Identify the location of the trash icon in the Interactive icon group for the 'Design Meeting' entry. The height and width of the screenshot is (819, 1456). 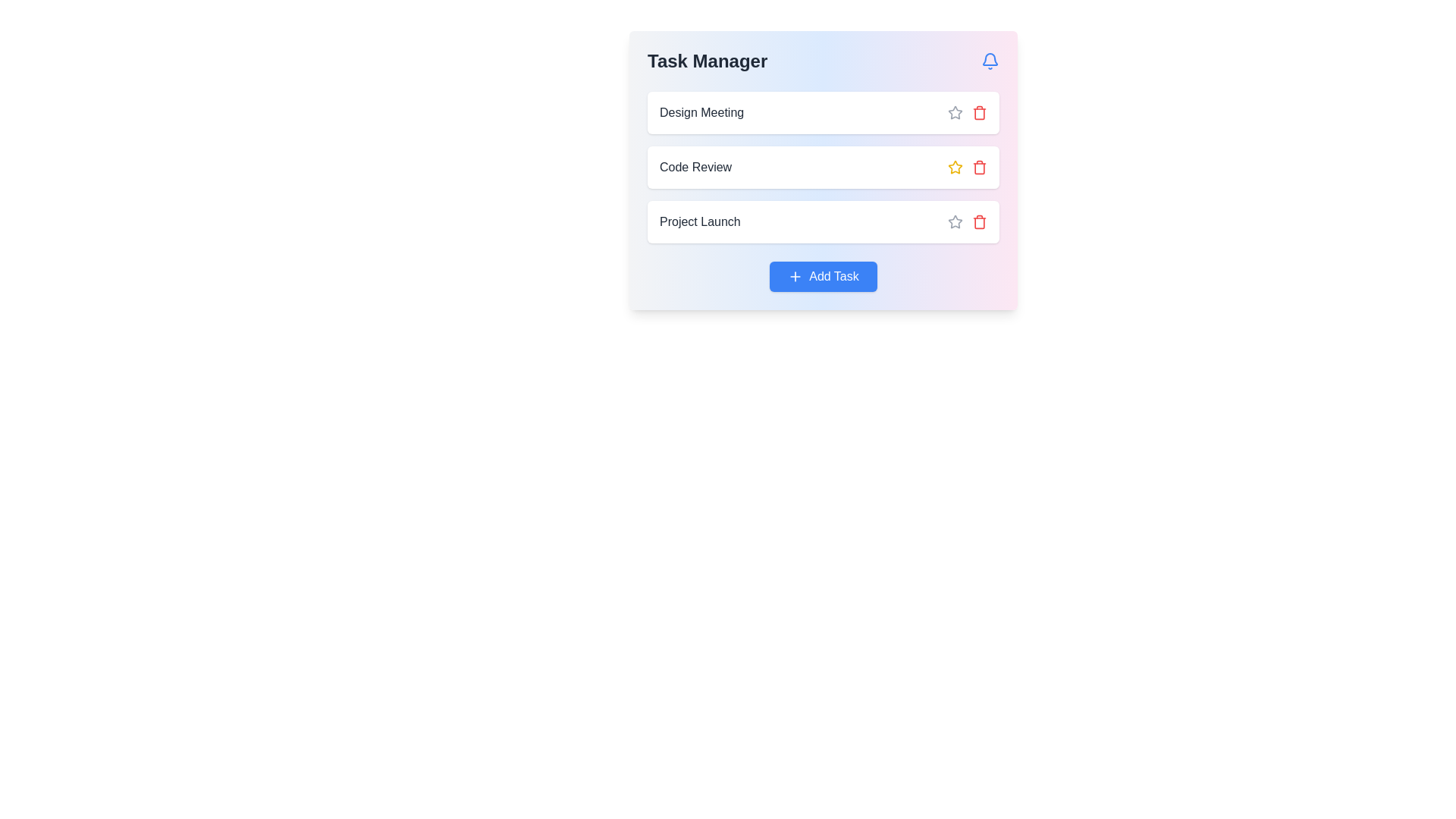
(967, 112).